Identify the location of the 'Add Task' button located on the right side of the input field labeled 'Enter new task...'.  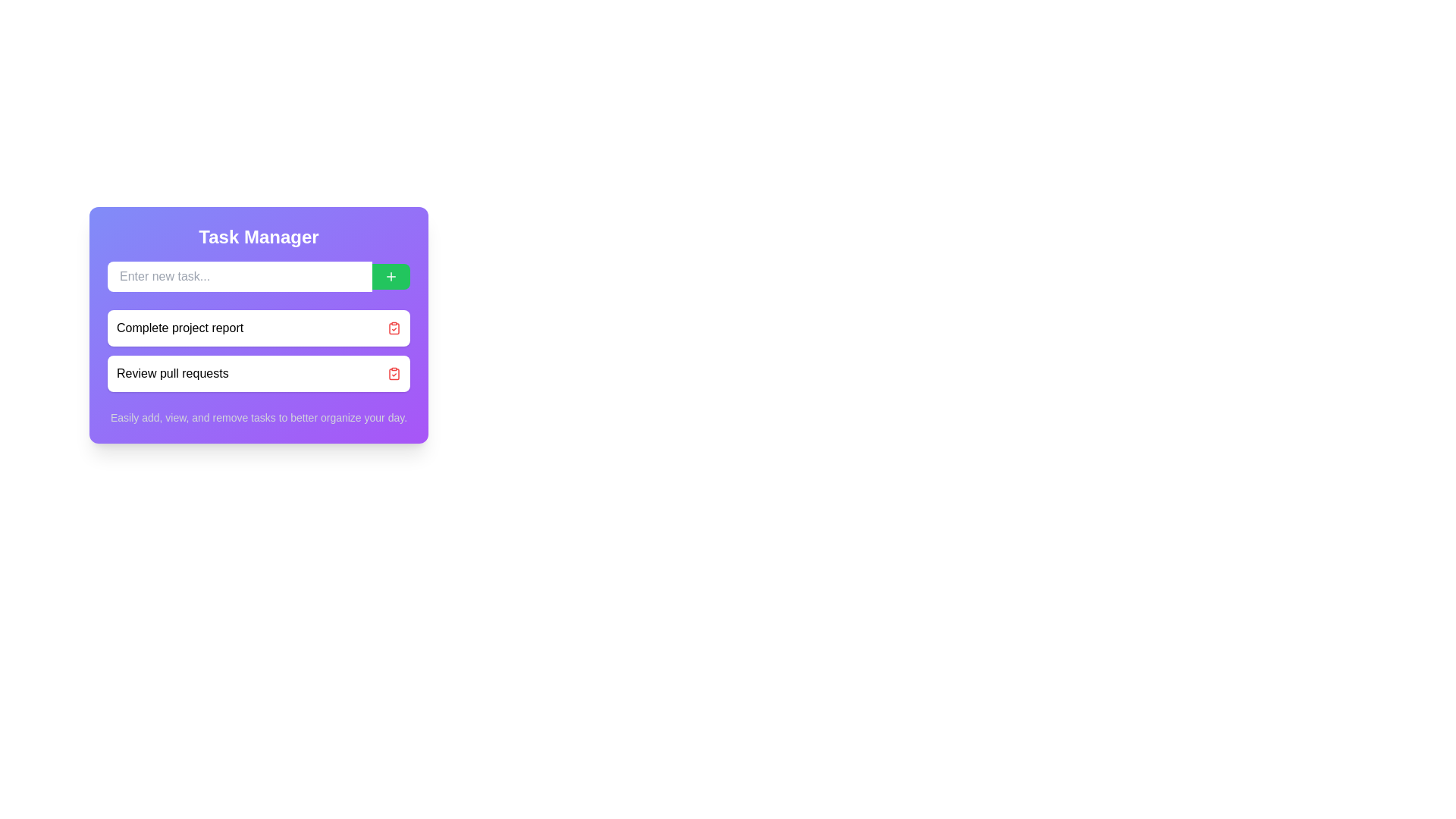
(391, 277).